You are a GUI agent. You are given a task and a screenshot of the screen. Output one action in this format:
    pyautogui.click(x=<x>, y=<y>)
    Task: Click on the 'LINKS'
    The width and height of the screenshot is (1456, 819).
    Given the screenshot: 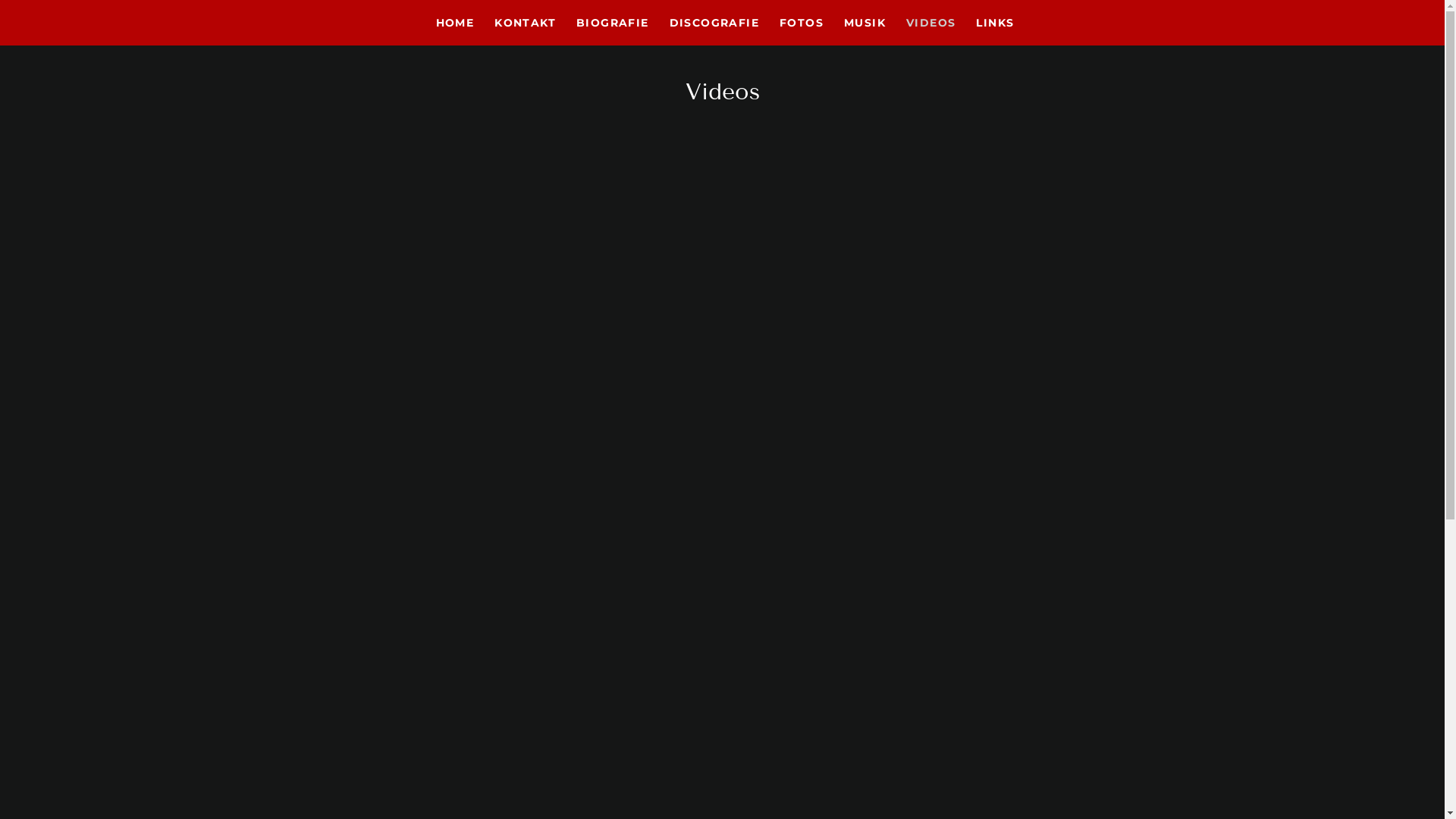 What is the action you would take?
    pyautogui.click(x=964, y=23)
    